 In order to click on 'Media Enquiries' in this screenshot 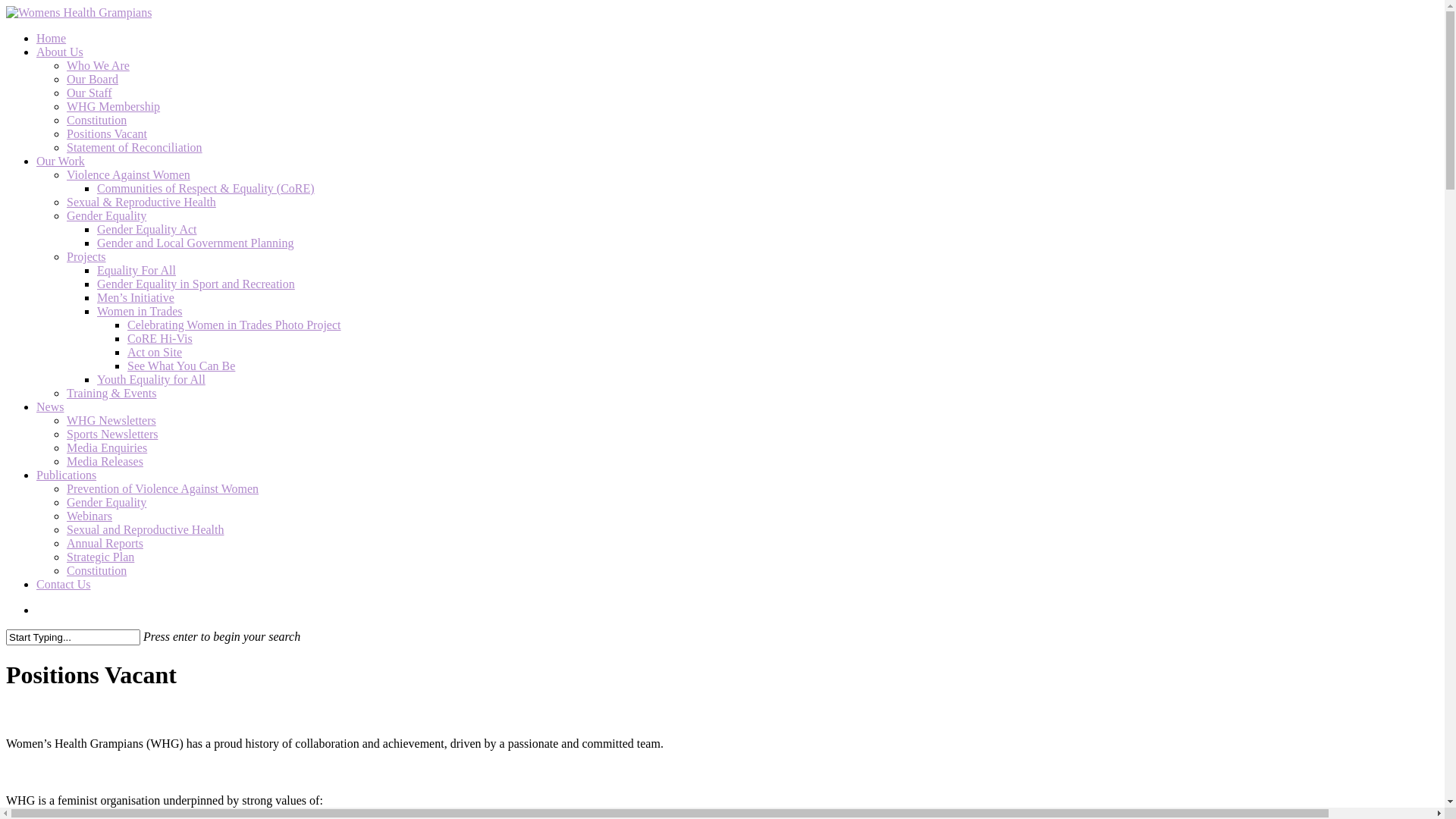, I will do `click(105, 447)`.